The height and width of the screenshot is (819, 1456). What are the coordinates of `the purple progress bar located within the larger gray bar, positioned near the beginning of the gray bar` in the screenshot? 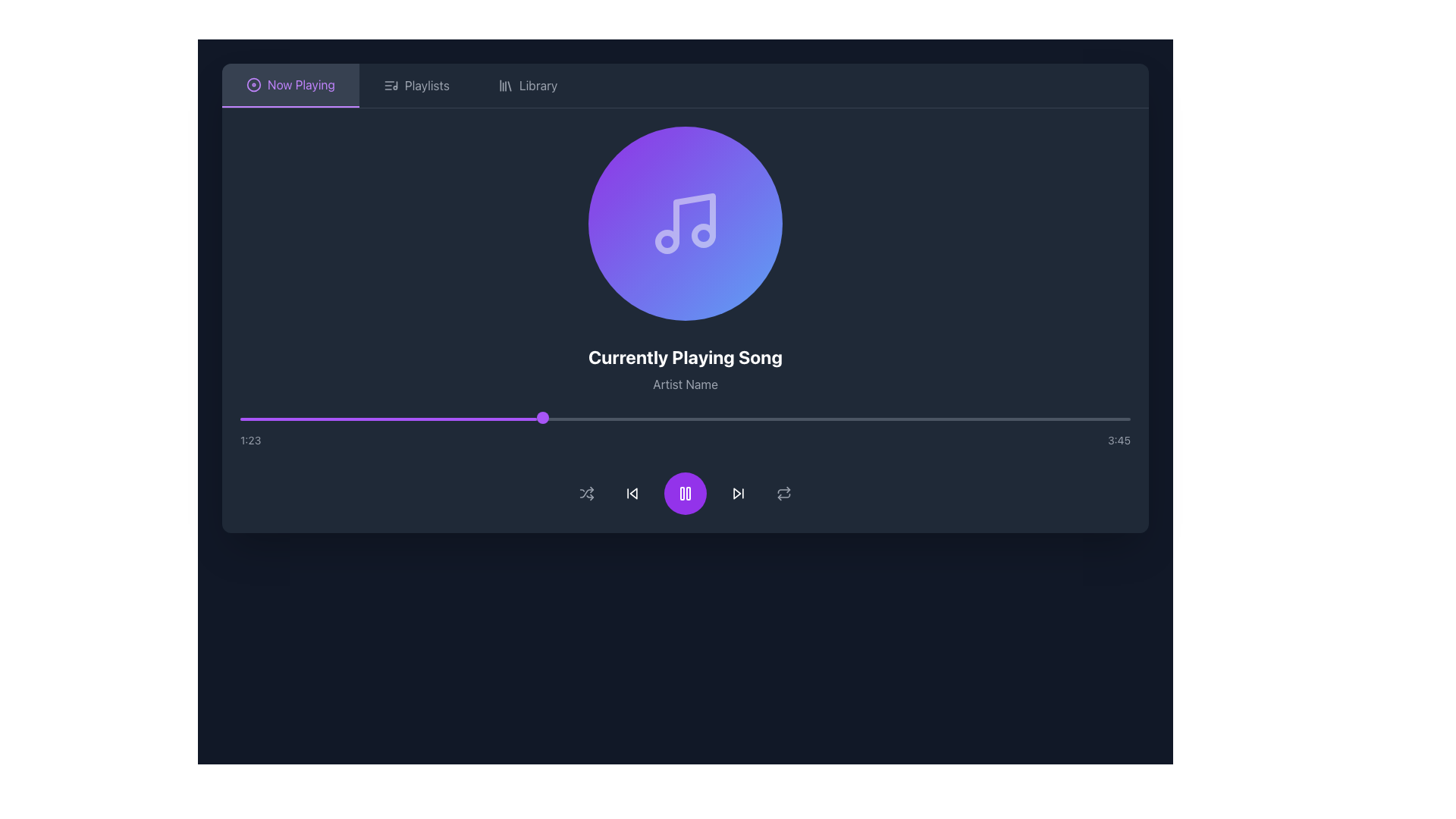 It's located at (388, 419).